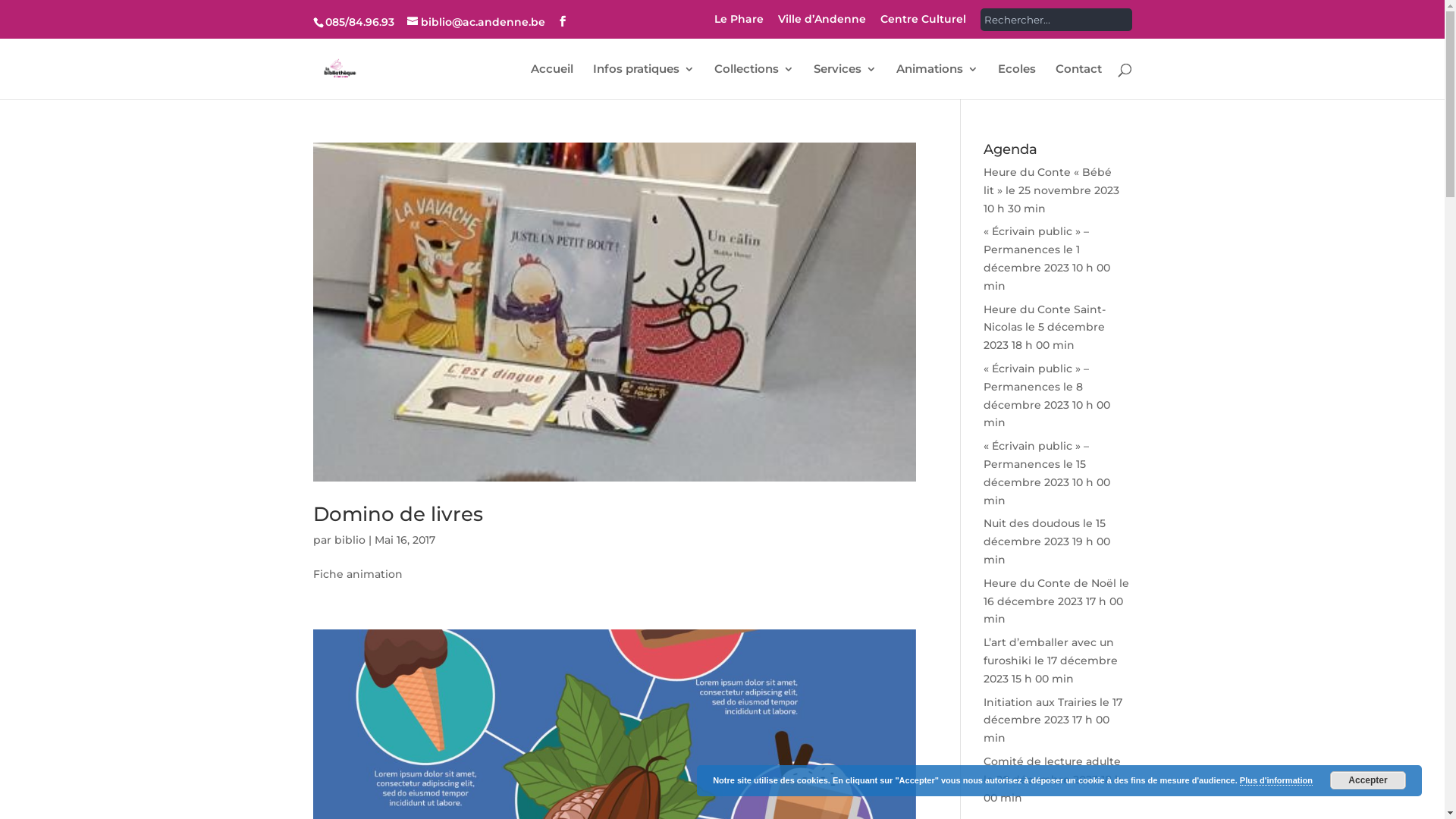  What do you see at coordinates (1039, 701) in the screenshot?
I see `'Initiation aux Trairies'` at bounding box center [1039, 701].